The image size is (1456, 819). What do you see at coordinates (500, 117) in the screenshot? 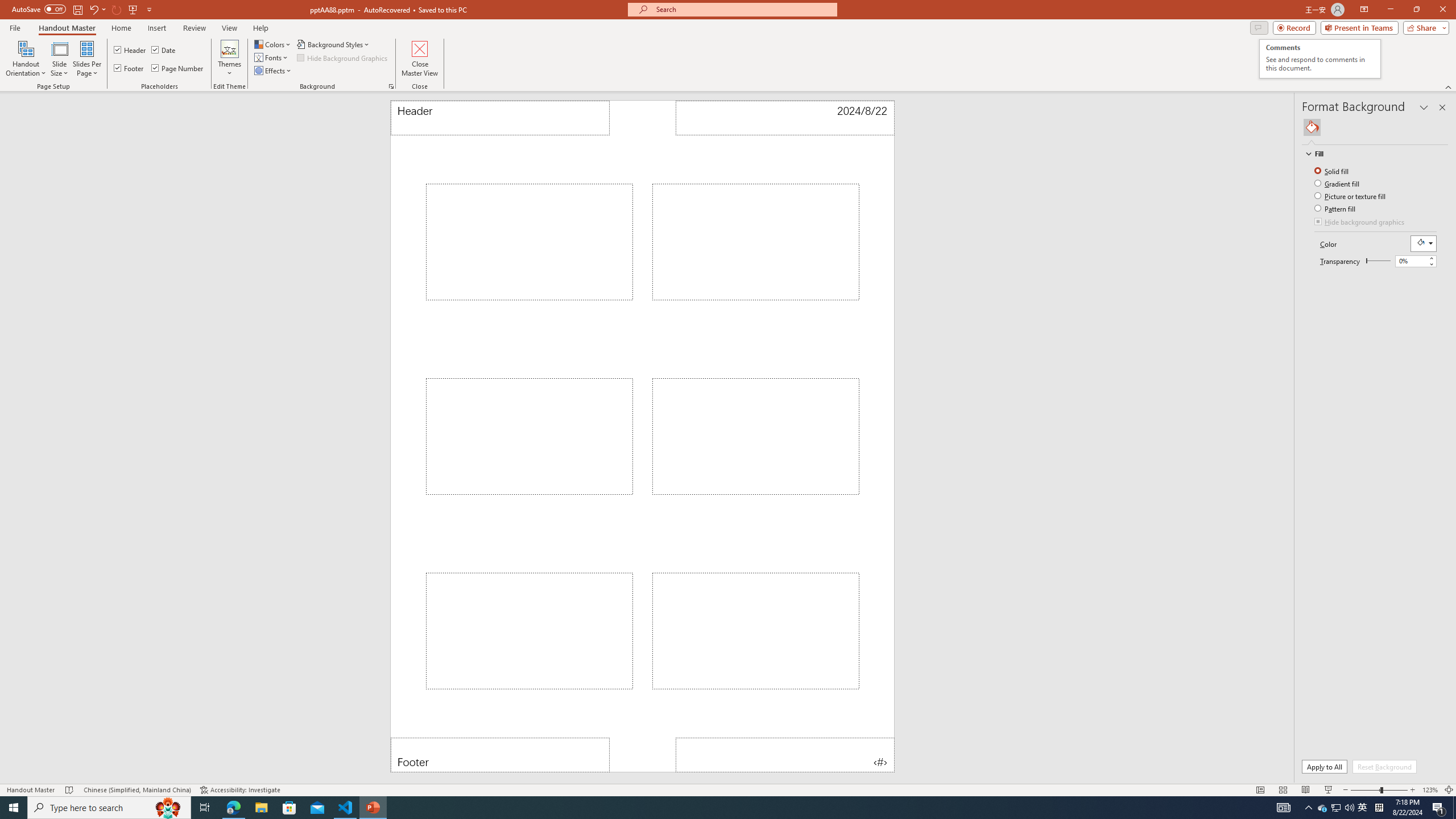
I see `'Header'` at bounding box center [500, 117].